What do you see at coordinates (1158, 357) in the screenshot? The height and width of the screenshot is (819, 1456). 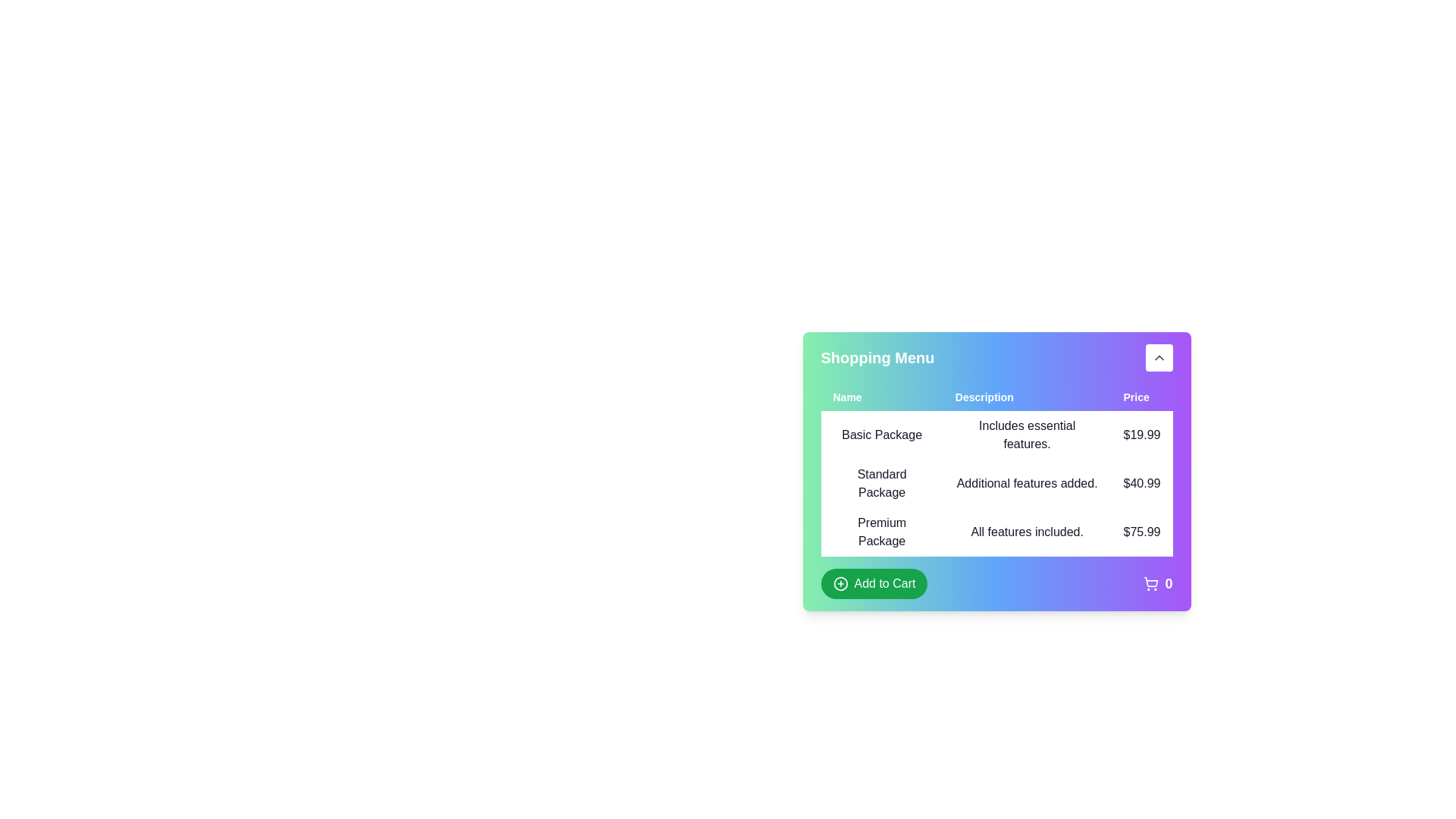 I see `the button with an upward-pointing chevron icon located at the top-right corner of the 'Shopping Menu' section` at bounding box center [1158, 357].